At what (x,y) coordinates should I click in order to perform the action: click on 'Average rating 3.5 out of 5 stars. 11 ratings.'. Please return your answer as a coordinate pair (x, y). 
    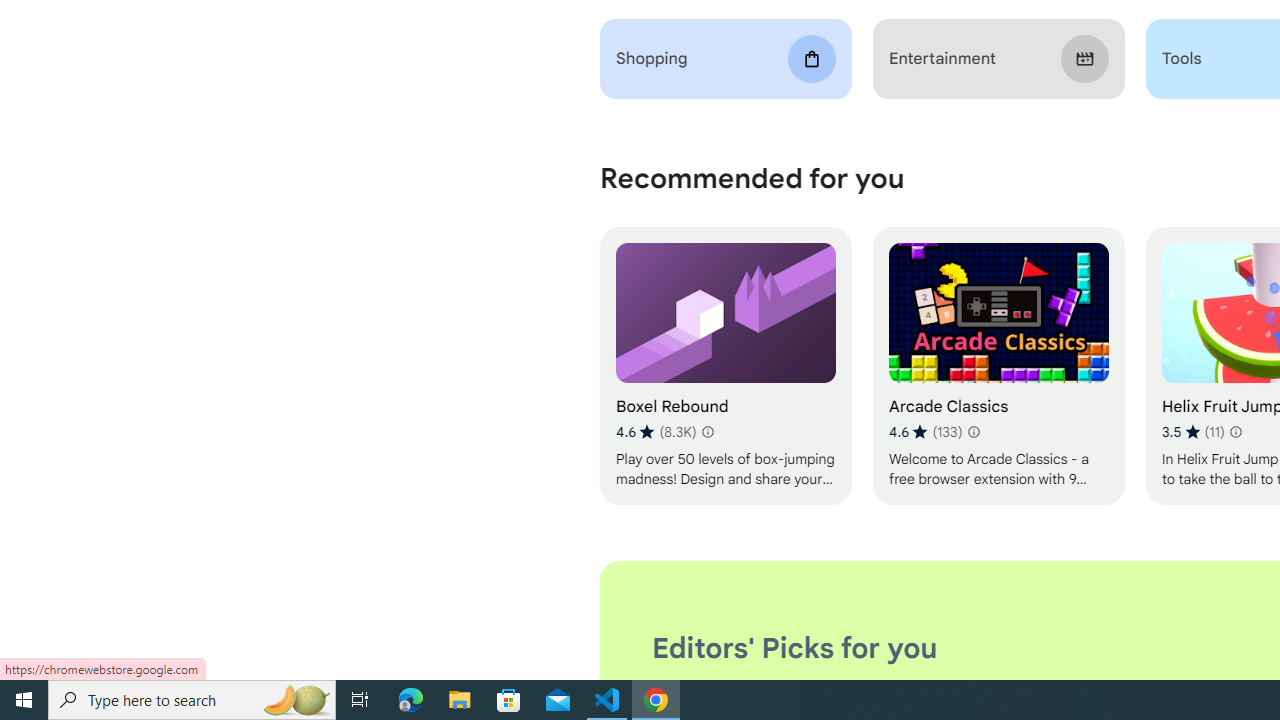
    Looking at the image, I should click on (1192, 431).